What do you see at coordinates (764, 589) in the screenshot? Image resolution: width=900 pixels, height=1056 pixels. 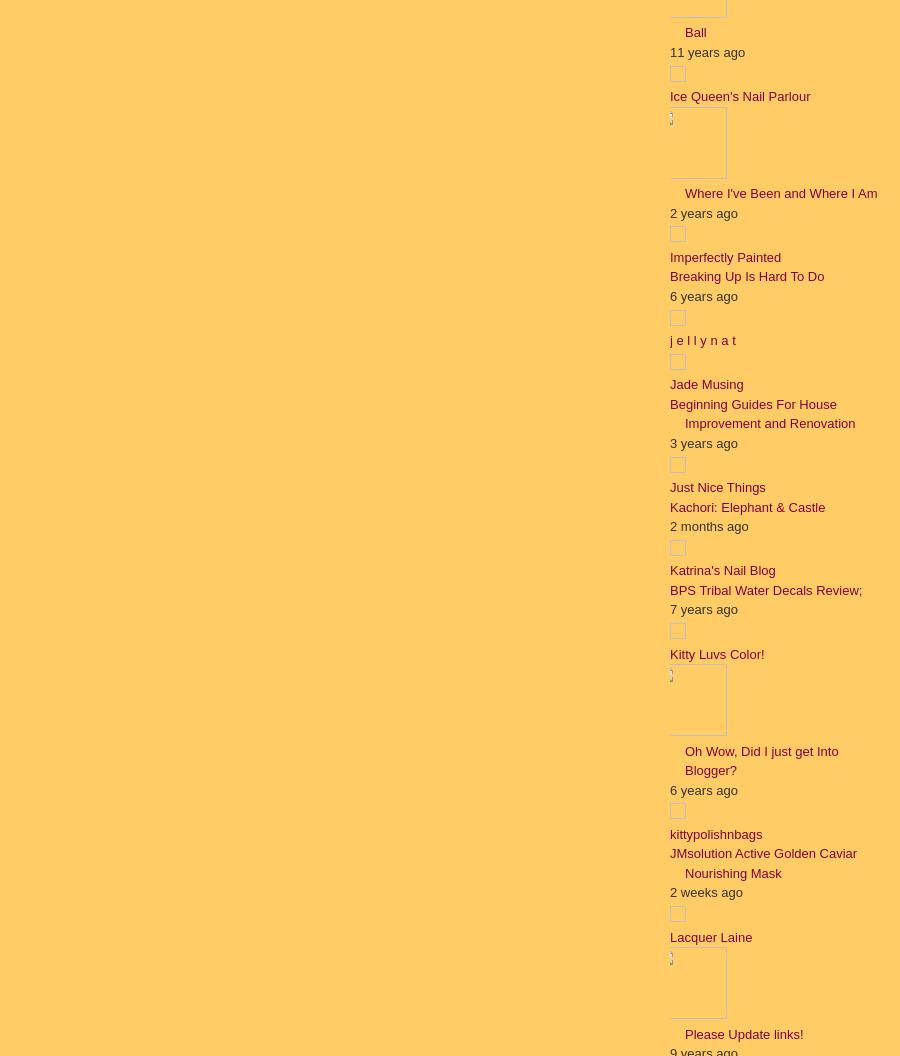 I see `'BPS Tribal Water Decals Review;'` at bounding box center [764, 589].